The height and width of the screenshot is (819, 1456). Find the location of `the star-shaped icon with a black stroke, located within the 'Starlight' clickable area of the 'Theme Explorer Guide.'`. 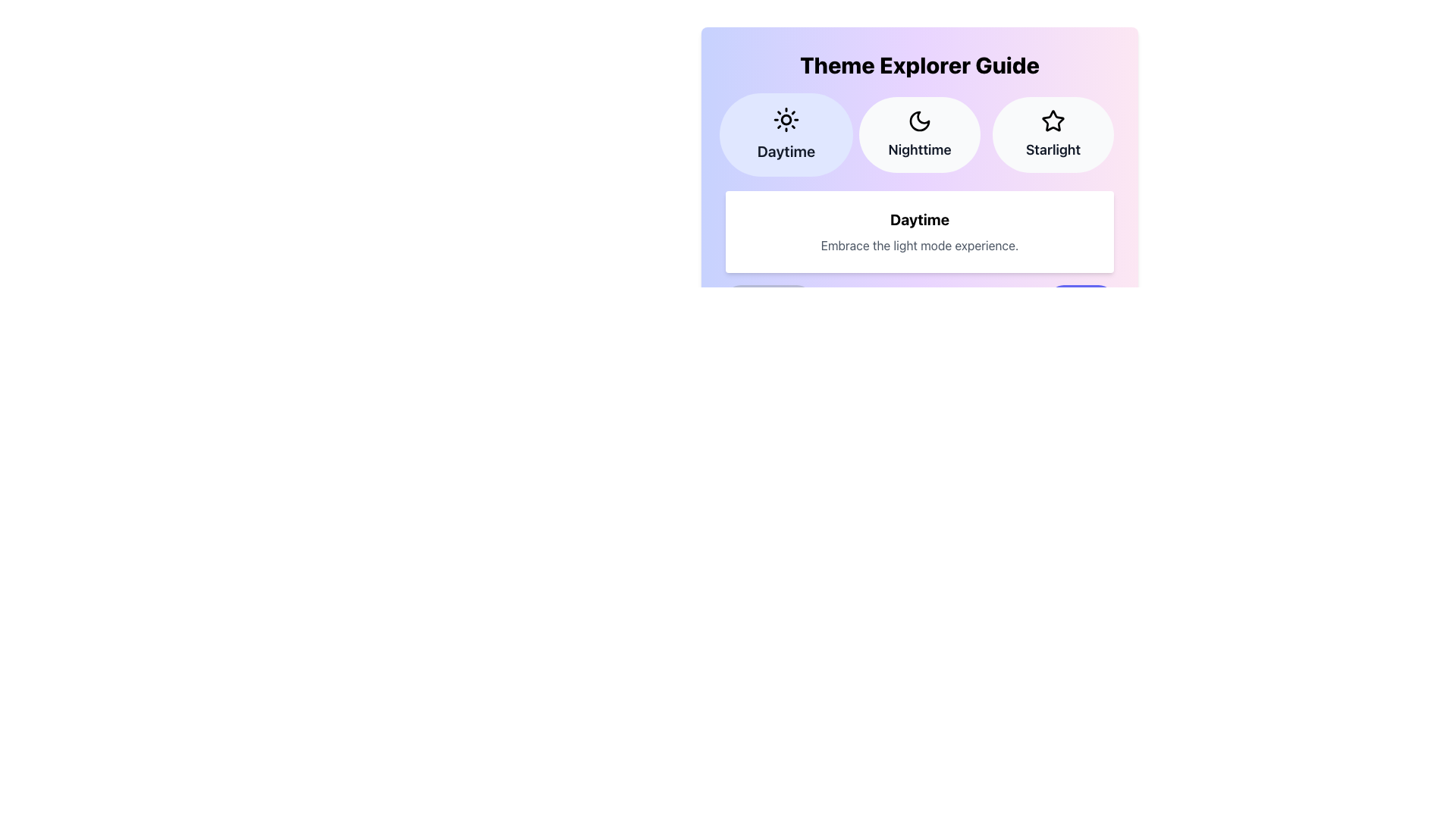

the star-shaped icon with a black stroke, located within the 'Starlight' clickable area of the 'Theme Explorer Guide.' is located at coordinates (1052, 120).